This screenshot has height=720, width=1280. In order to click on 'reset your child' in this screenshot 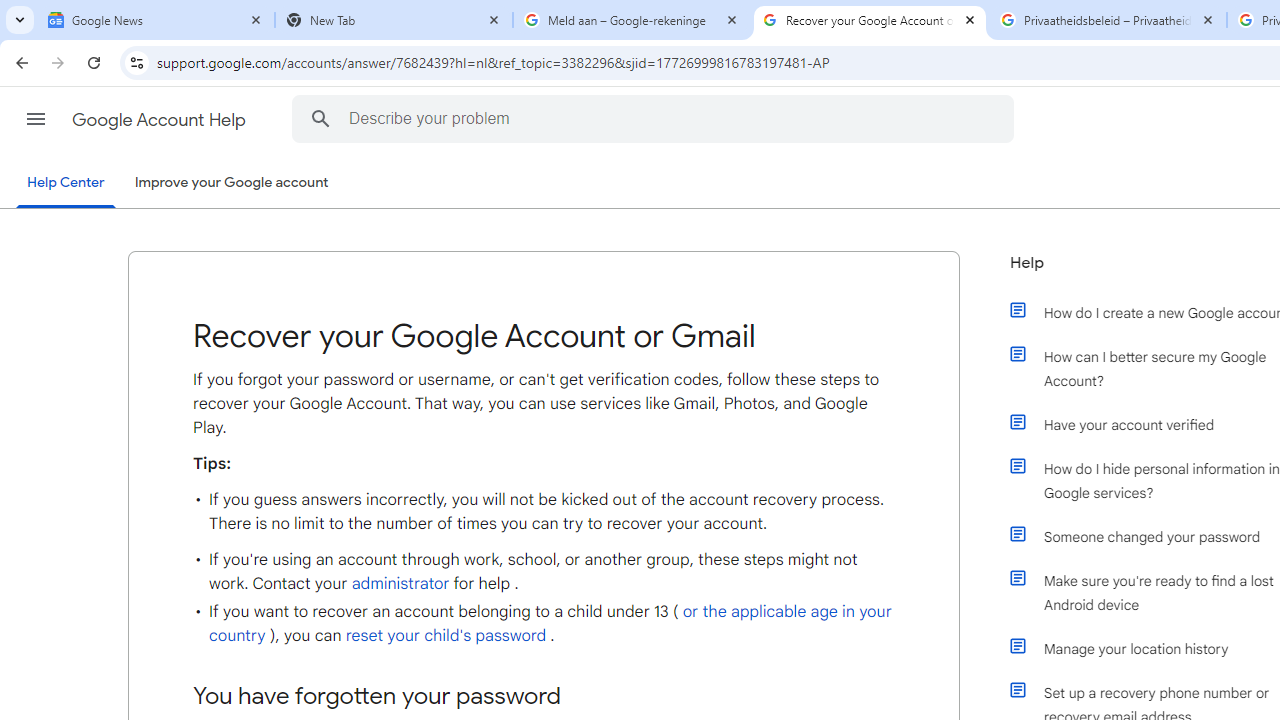, I will do `click(445, 635)`.